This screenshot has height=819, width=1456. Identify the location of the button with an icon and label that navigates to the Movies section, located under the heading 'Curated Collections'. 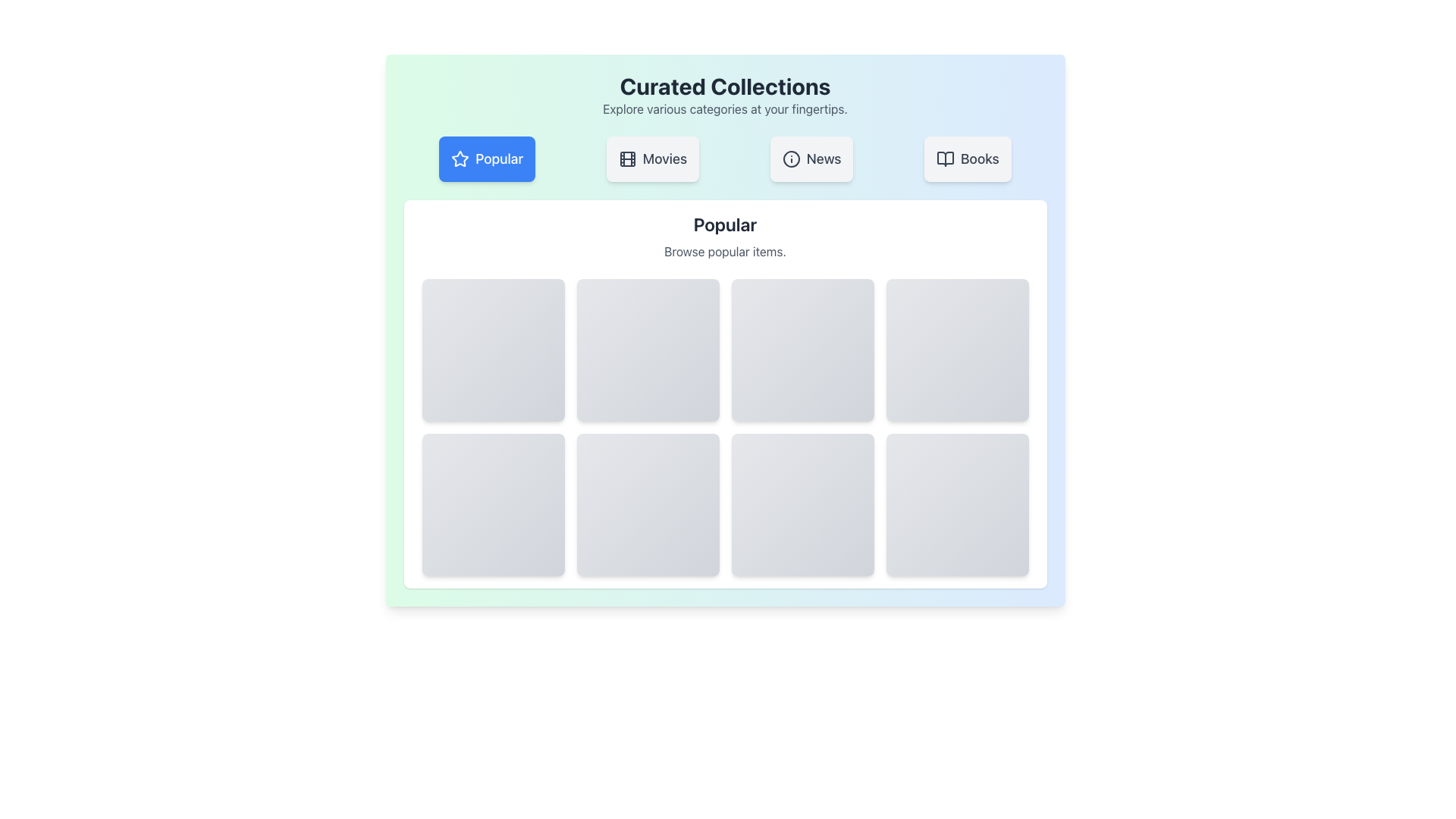
(652, 158).